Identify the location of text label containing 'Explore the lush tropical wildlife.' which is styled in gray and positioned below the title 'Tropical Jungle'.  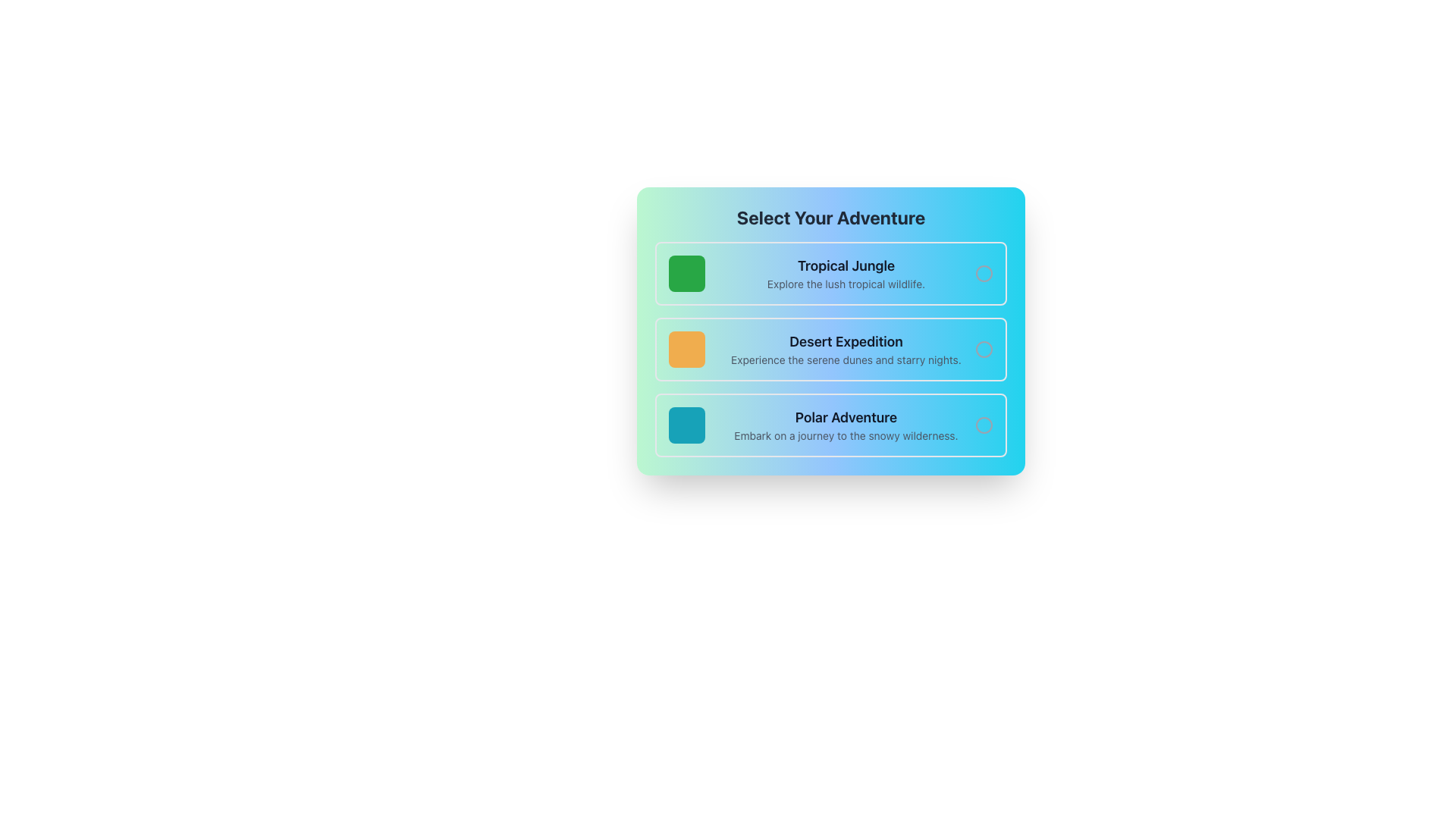
(846, 284).